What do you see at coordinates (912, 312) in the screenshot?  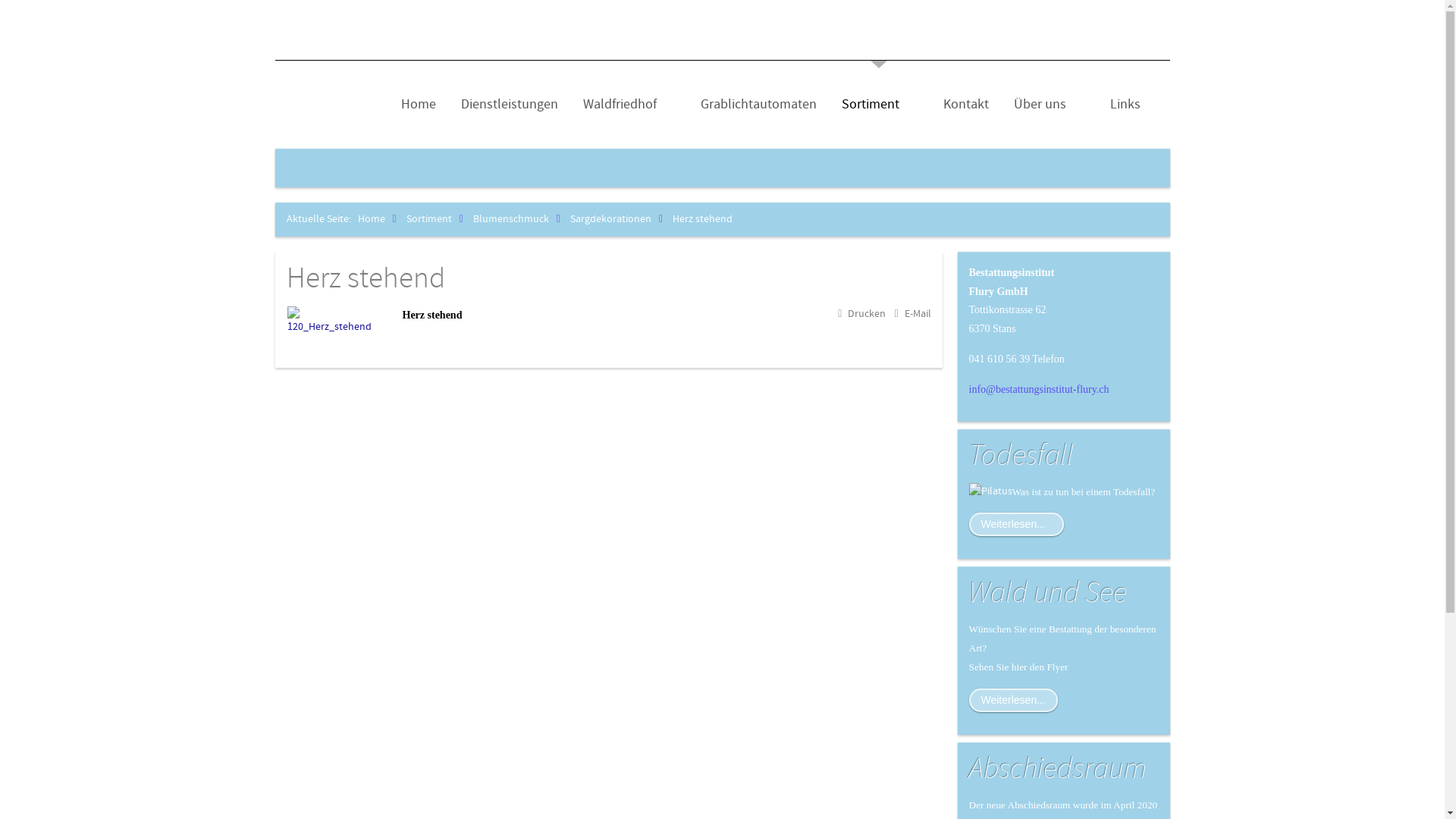 I see `'E-Mail'` at bounding box center [912, 312].